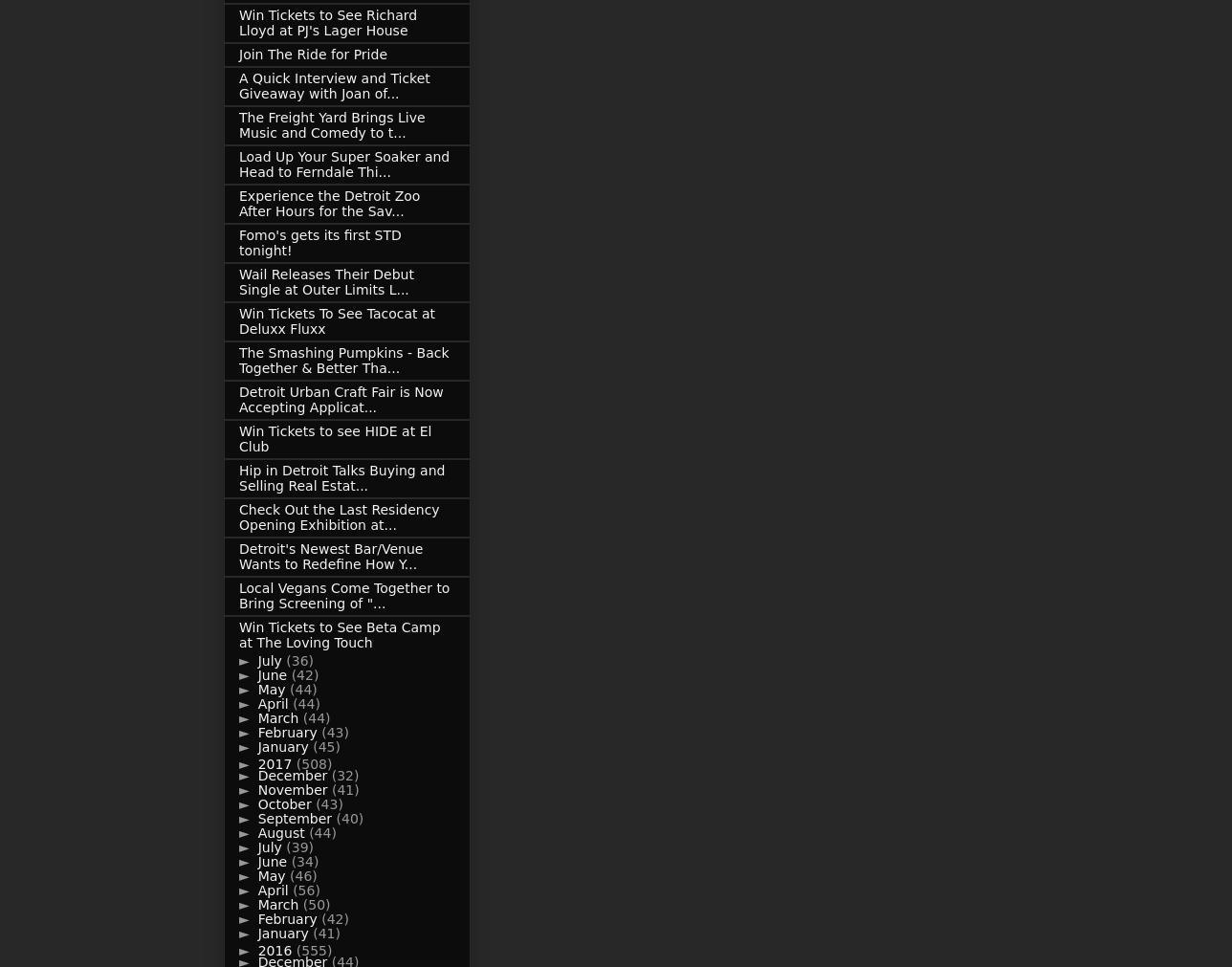  I want to click on 'November', so click(294, 787).